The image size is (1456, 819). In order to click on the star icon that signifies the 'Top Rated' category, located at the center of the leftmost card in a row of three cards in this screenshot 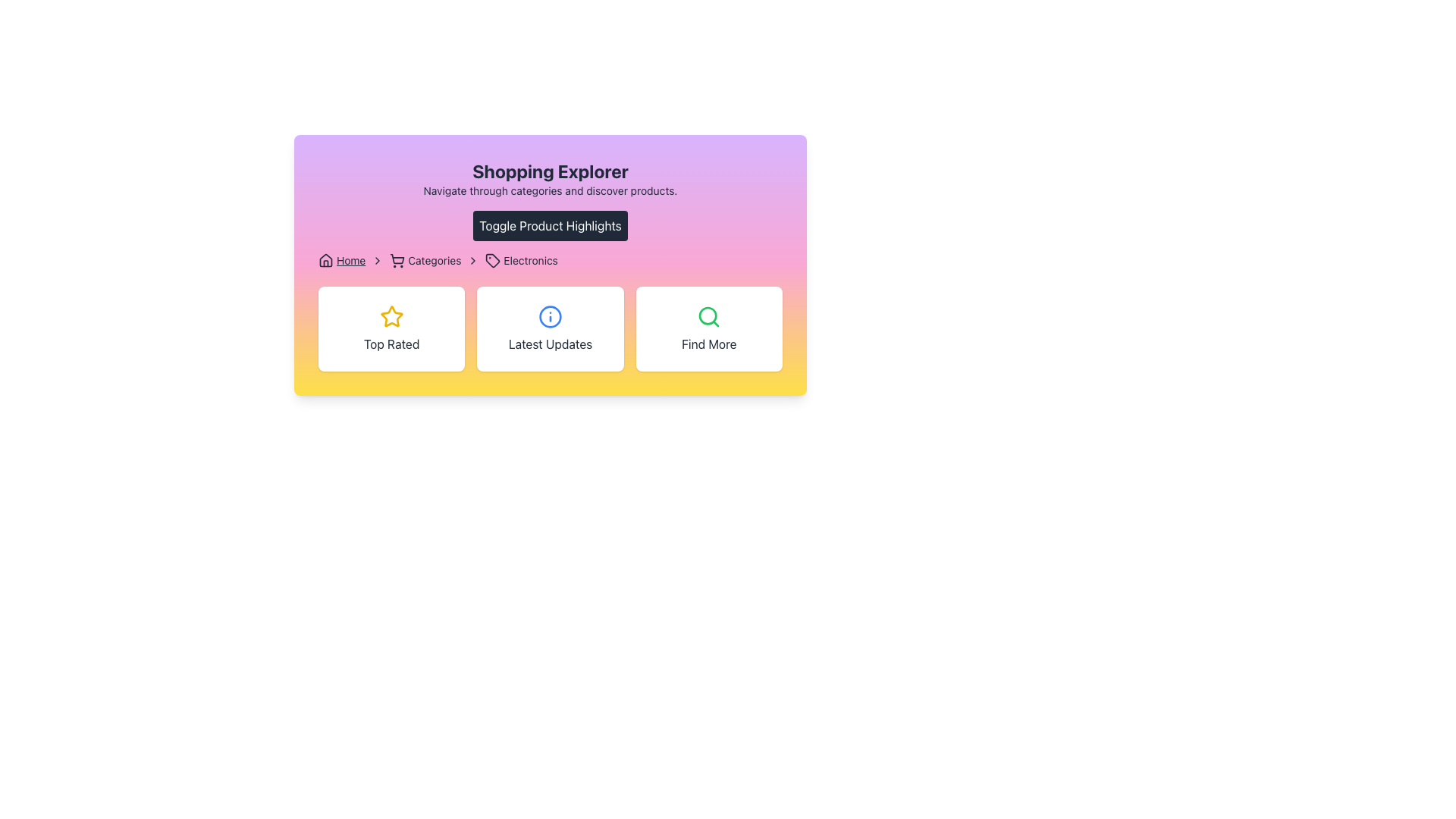, I will do `click(391, 315)`.